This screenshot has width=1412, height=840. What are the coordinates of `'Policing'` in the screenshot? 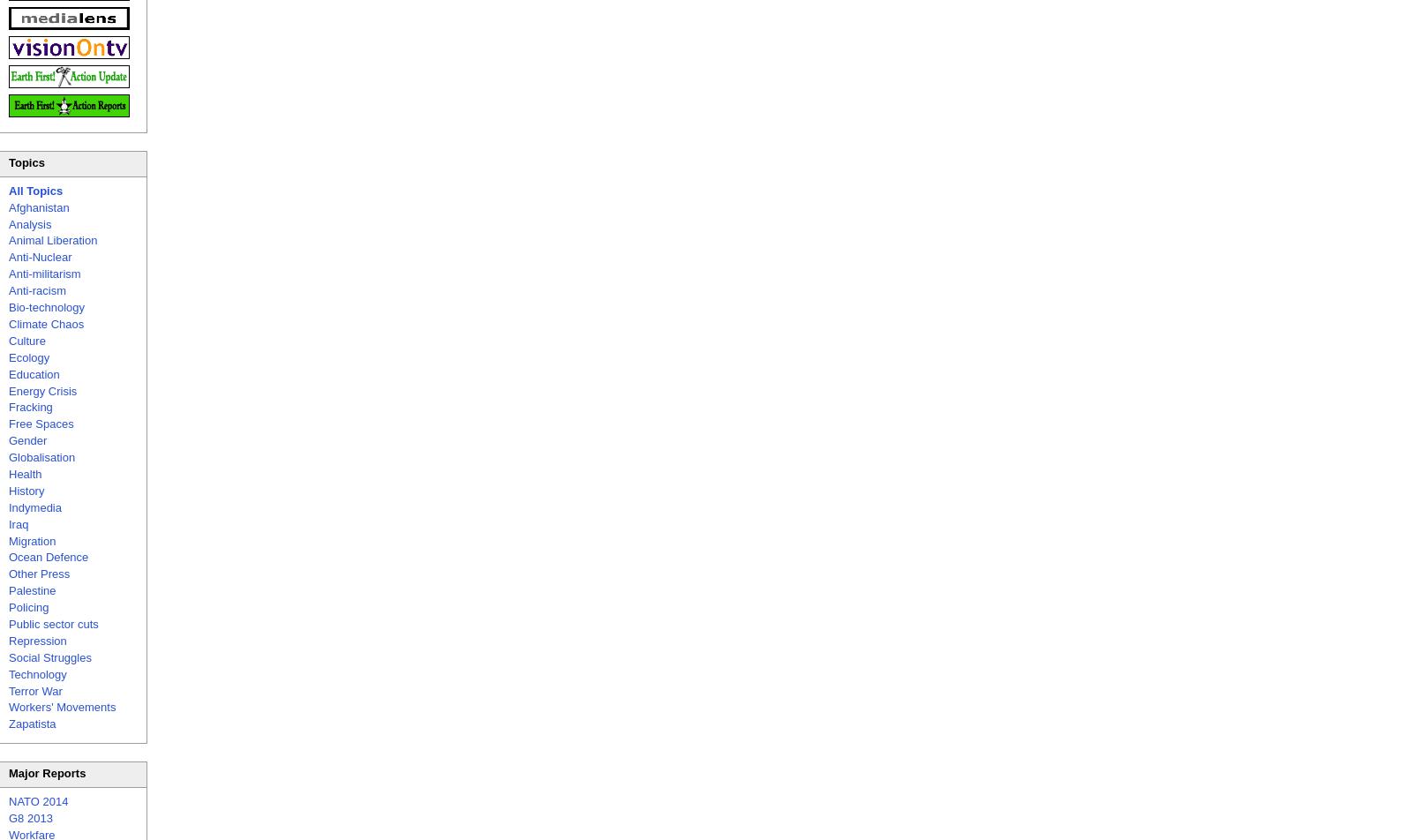 It's located at (27, 607).